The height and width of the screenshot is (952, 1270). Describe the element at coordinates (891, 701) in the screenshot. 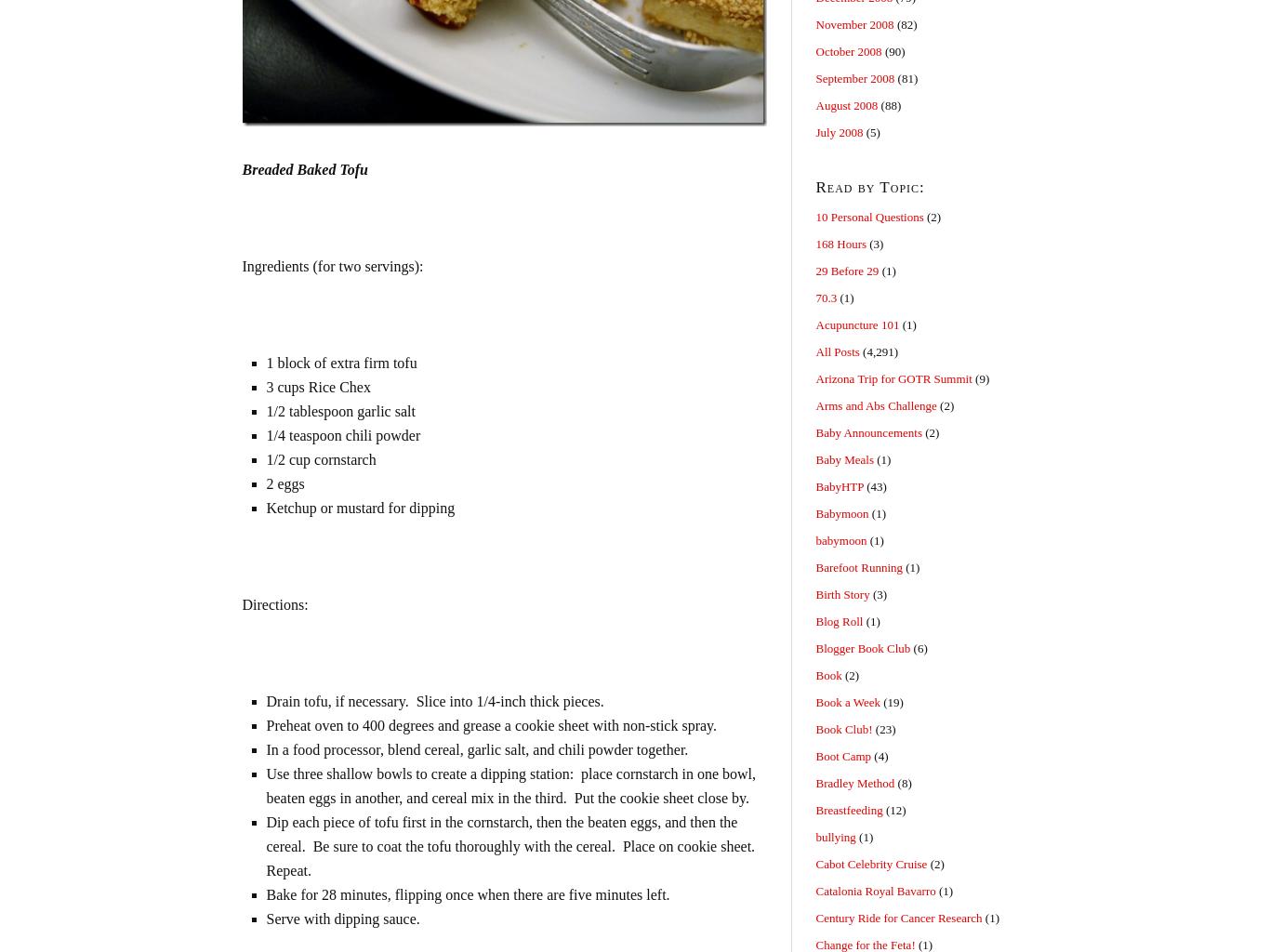

I see `'(19)'` at that location.